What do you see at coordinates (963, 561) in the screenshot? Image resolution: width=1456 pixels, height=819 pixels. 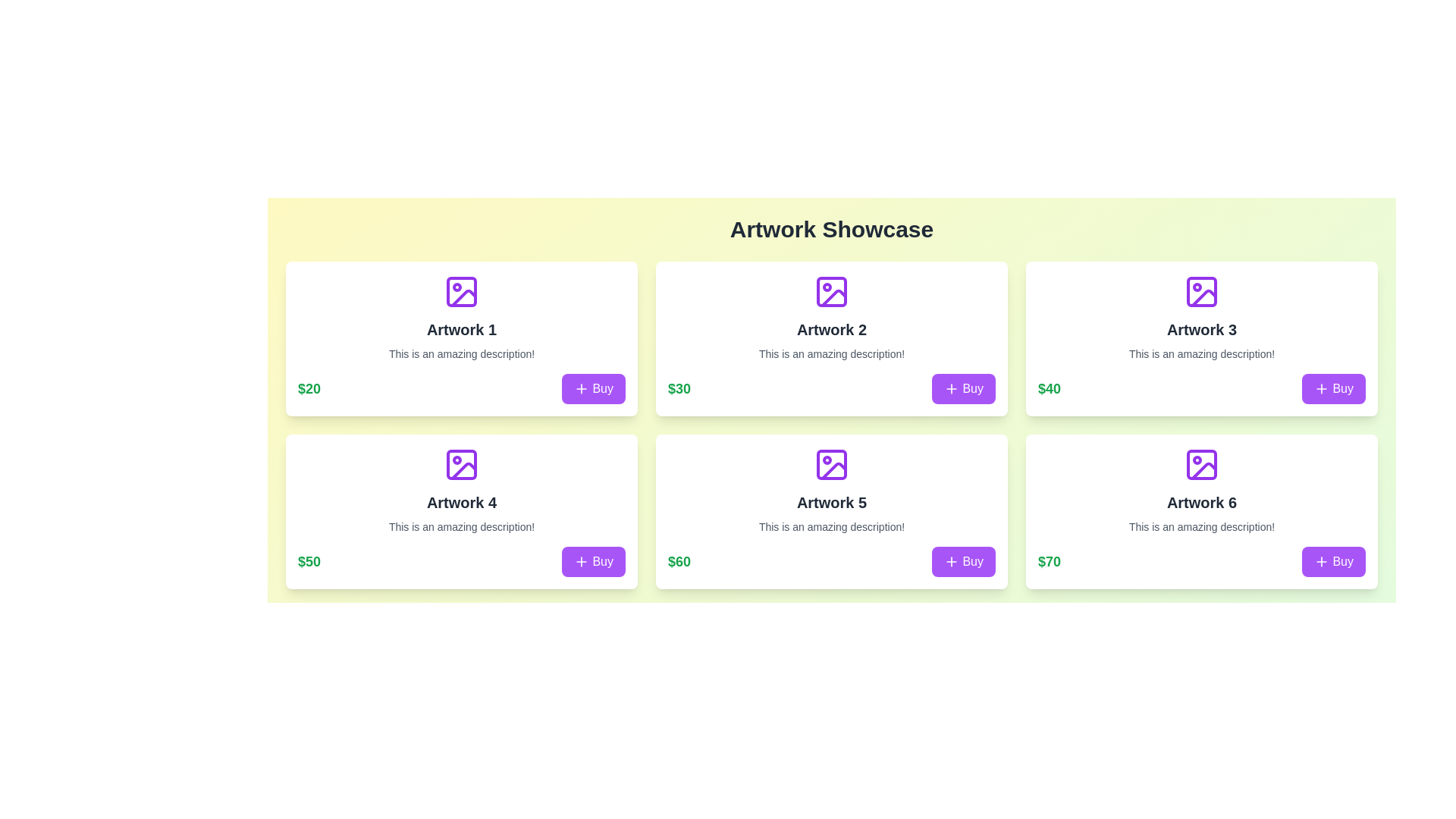 I see `the purchase button located in the lower right corner of the fifth artwork card, which displays a price of $60, to initiate the purchase action` at bounding box center [963, 561].